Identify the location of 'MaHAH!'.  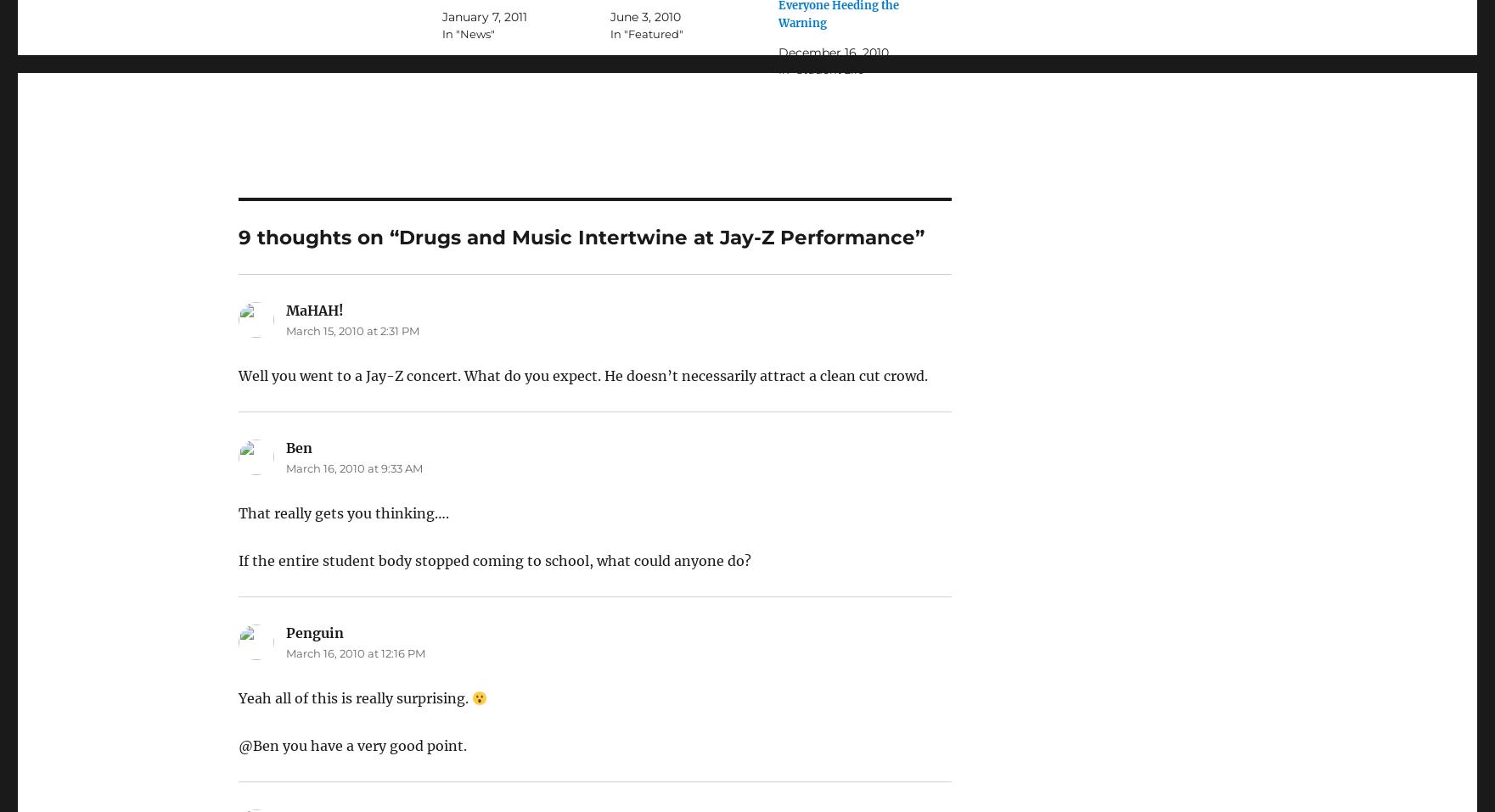
(312, 310).